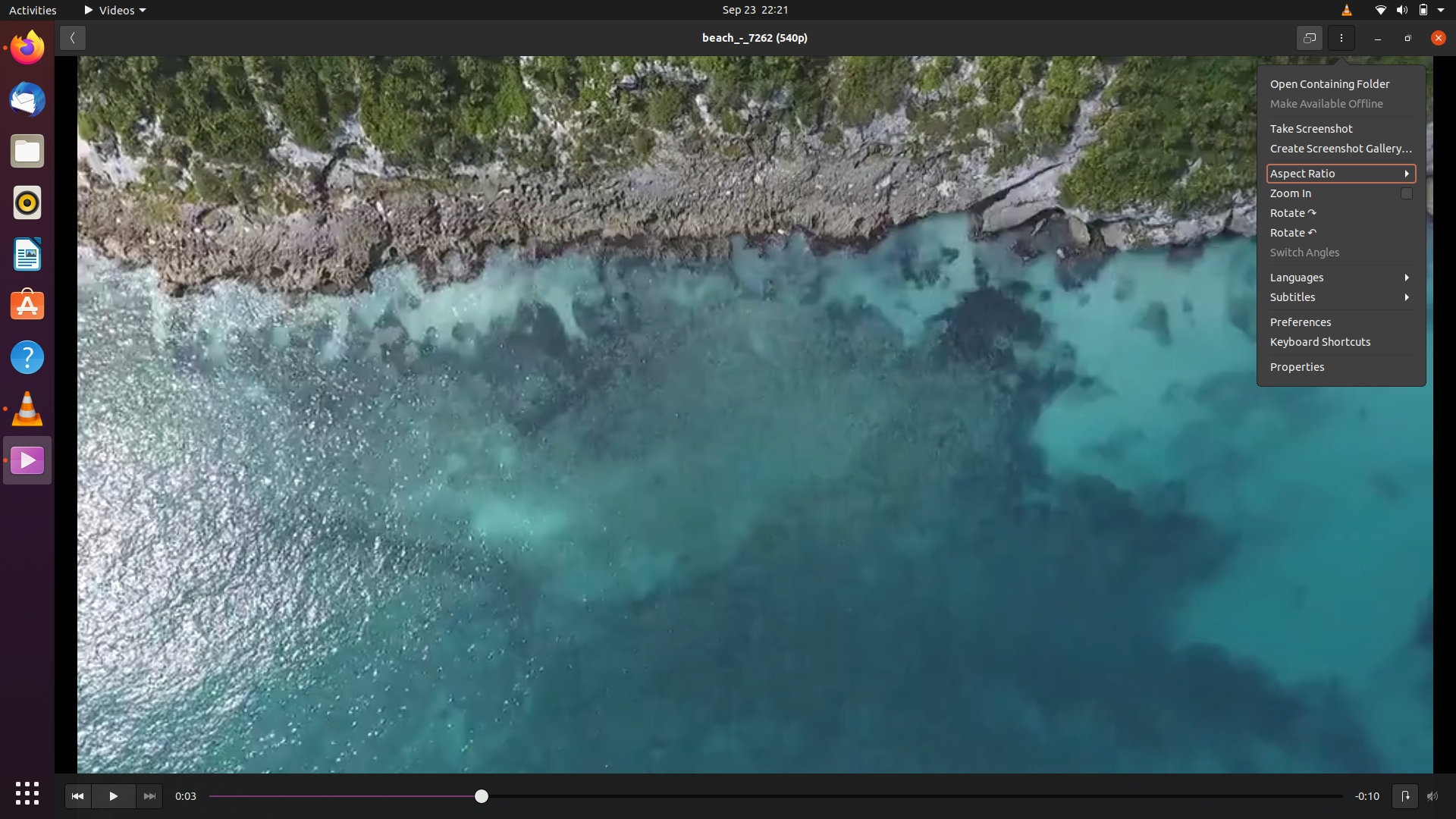 The height and width of the screenshot is (819, 1456). Describe the element at coordinates (1343, 368) in the screenshot. I see `Retrieve the properties of the actively running video` at that location.